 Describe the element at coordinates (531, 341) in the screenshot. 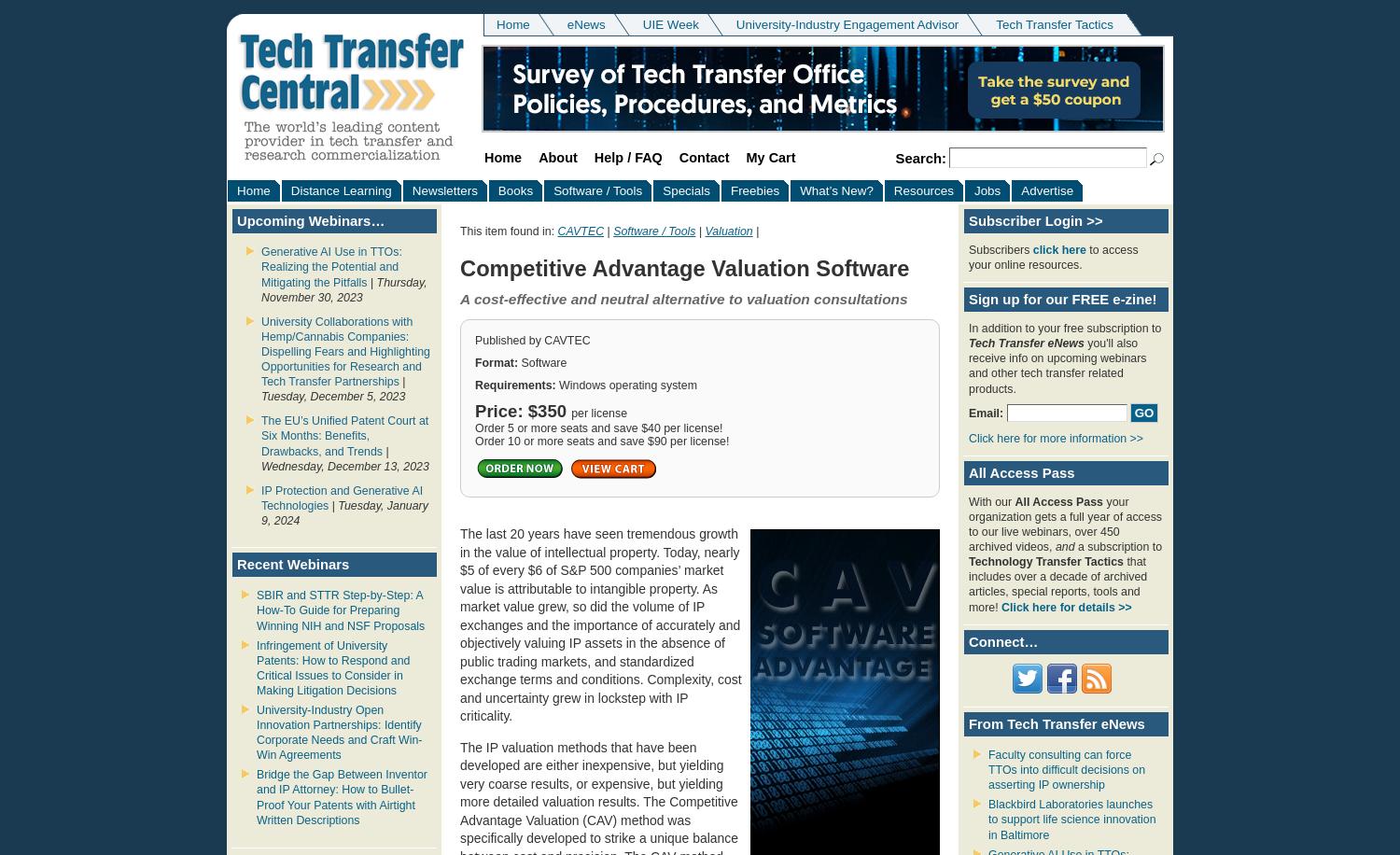

I see `'Published by  CAVTEC'` at that location.